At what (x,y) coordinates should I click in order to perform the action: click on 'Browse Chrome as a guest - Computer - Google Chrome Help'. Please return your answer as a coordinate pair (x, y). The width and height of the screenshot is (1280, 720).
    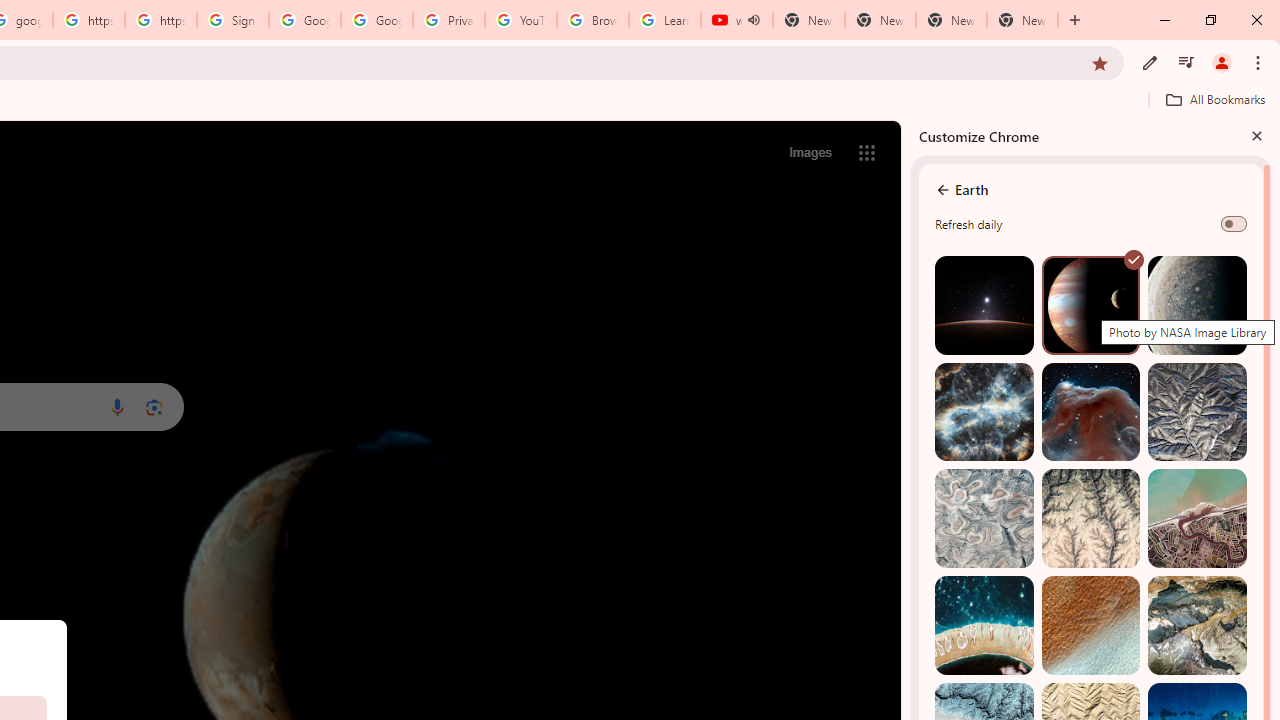
    Looking at the image, I should click on (591, 20).